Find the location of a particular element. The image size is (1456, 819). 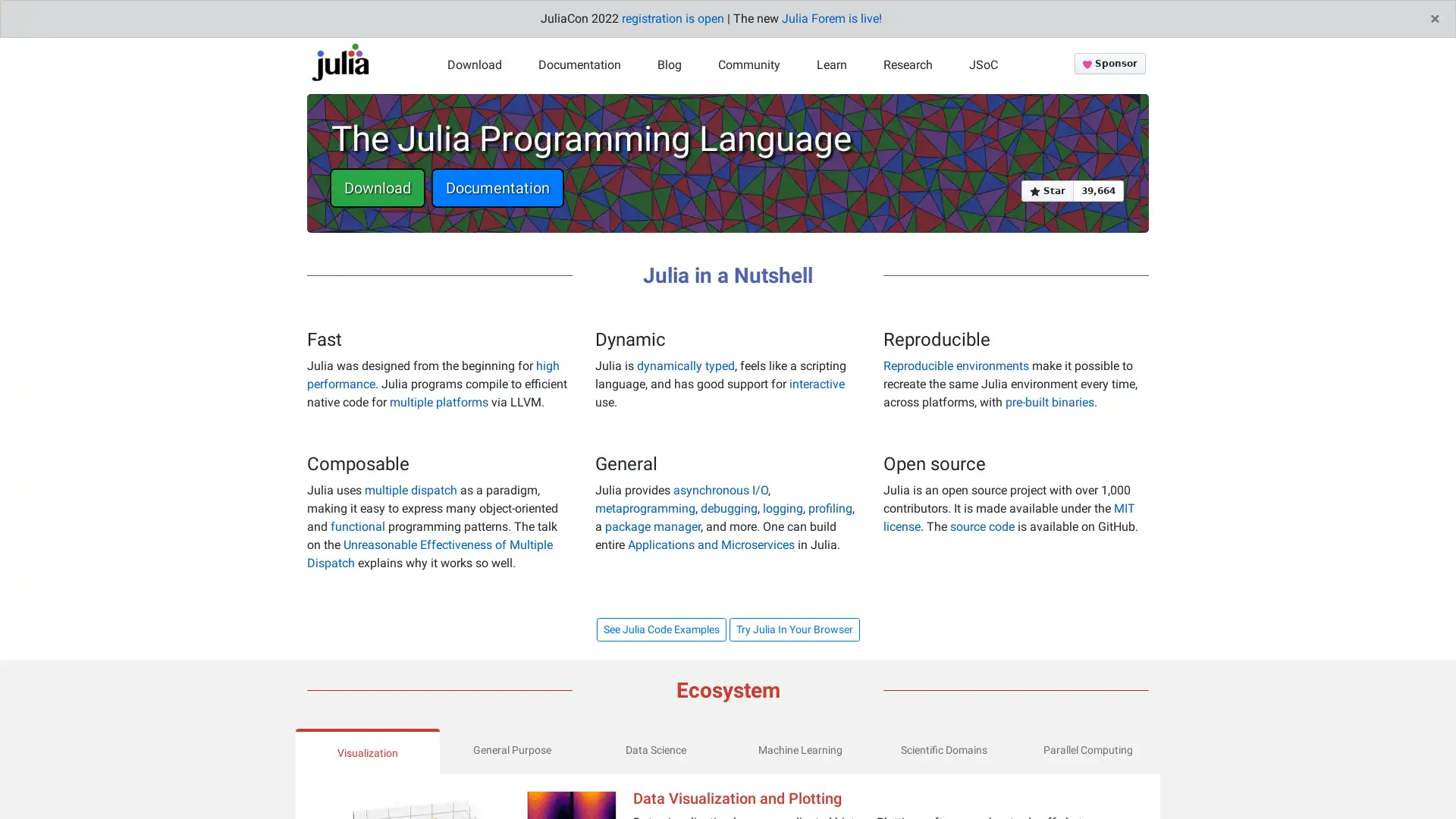

Download is located at coordinates (378, 186).